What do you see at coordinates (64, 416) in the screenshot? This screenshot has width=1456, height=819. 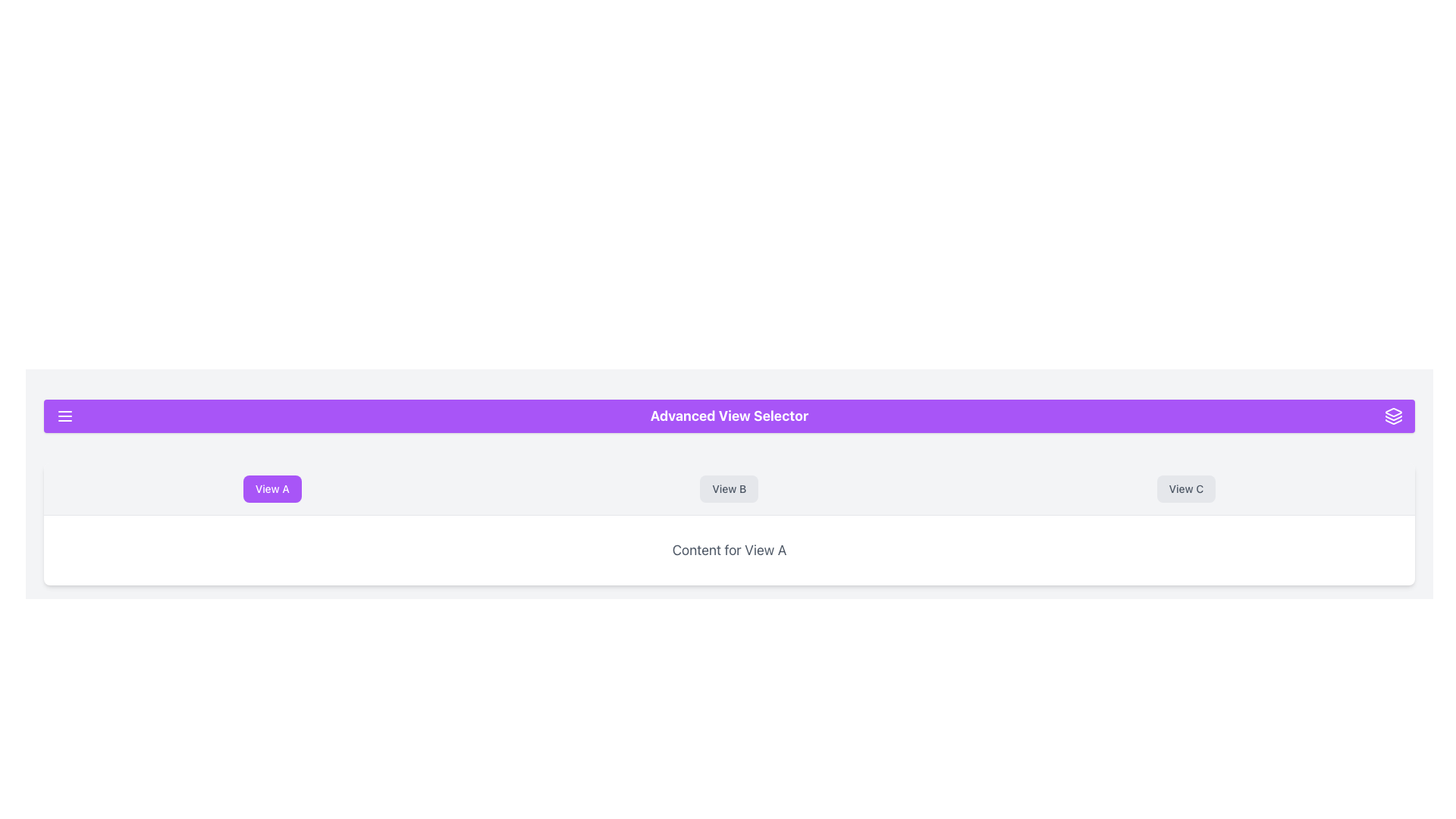 I see `the menu toggler icon located on the left edge of the 'Advanced View Selector' bar` at bounding box center [64, 416].